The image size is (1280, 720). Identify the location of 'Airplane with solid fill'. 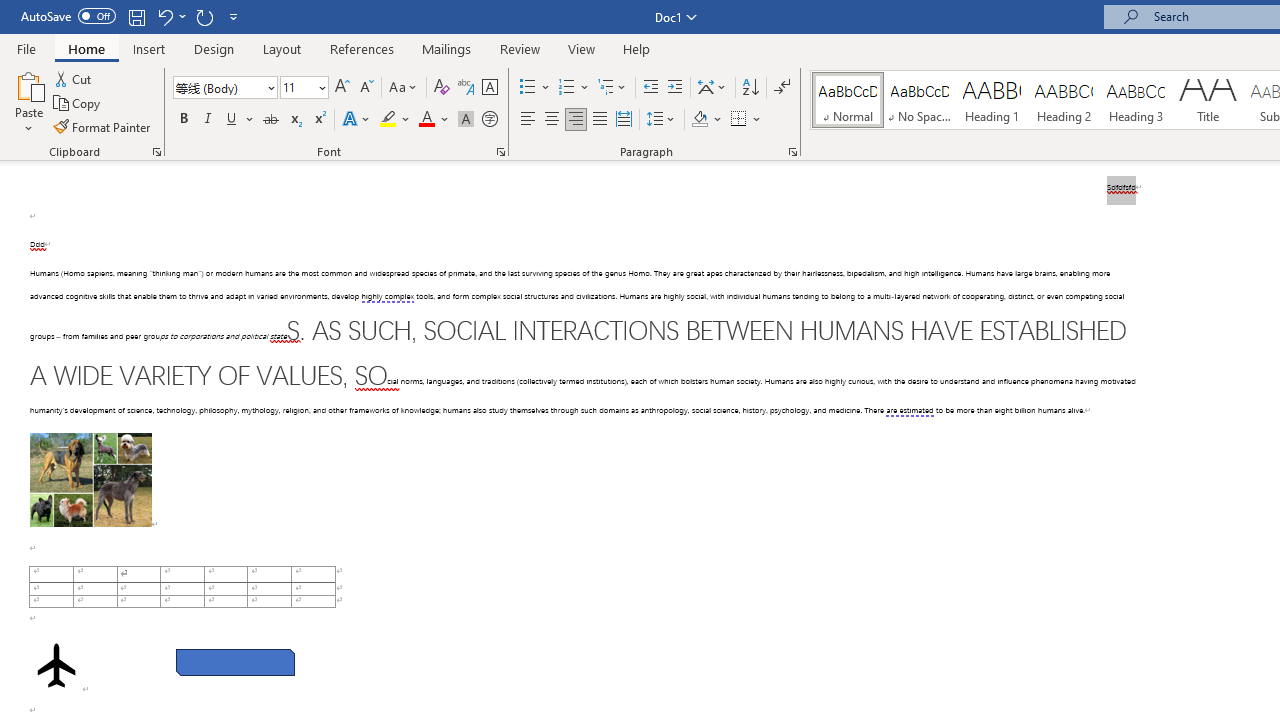
(56, 665).